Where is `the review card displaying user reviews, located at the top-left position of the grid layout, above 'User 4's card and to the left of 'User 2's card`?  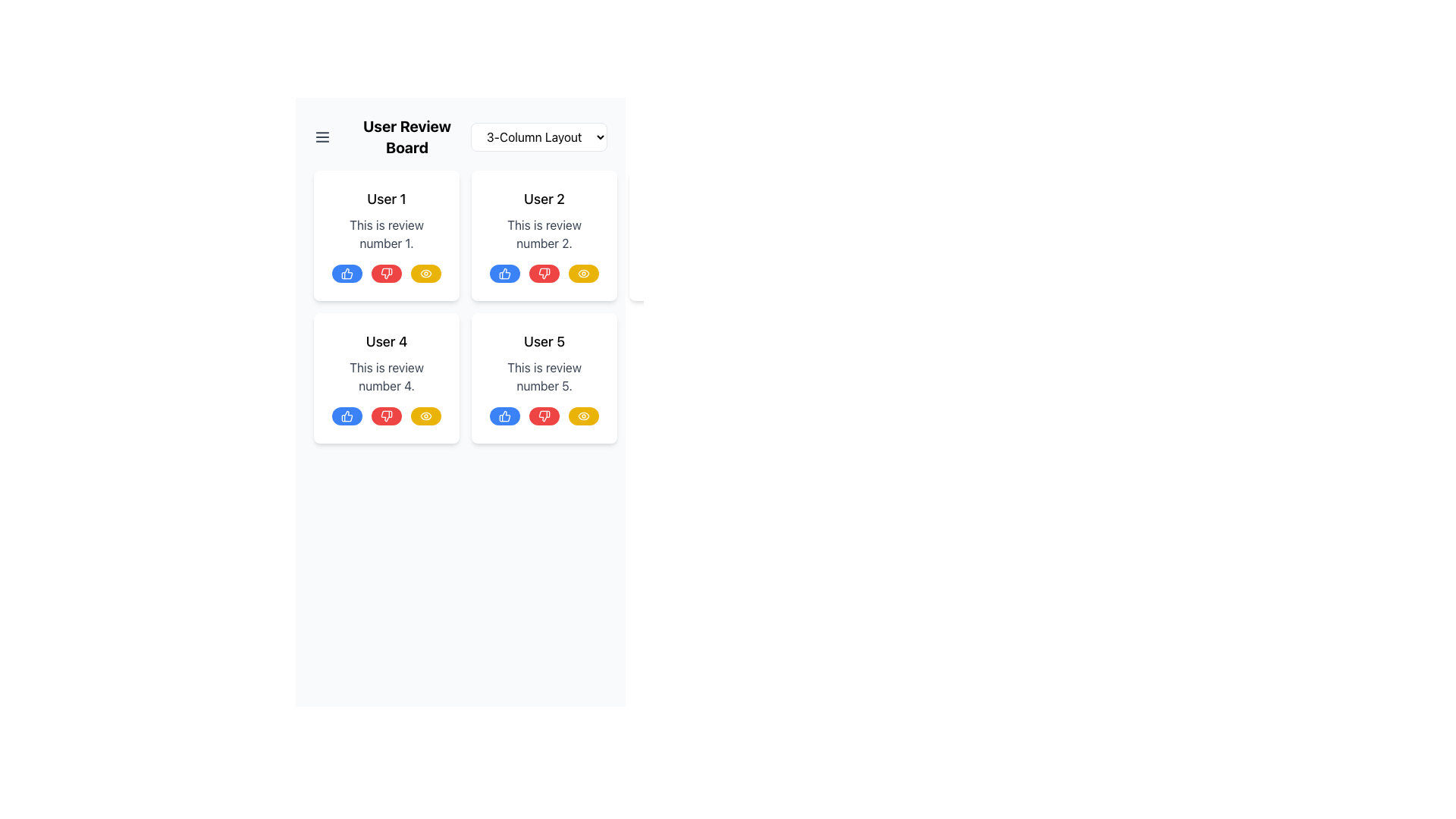
the review card displaying user reviews, located at the top-left position of the grid layout, above 'User 4's card and to the left of 'User 2's card is located at coordinates (386, 236).